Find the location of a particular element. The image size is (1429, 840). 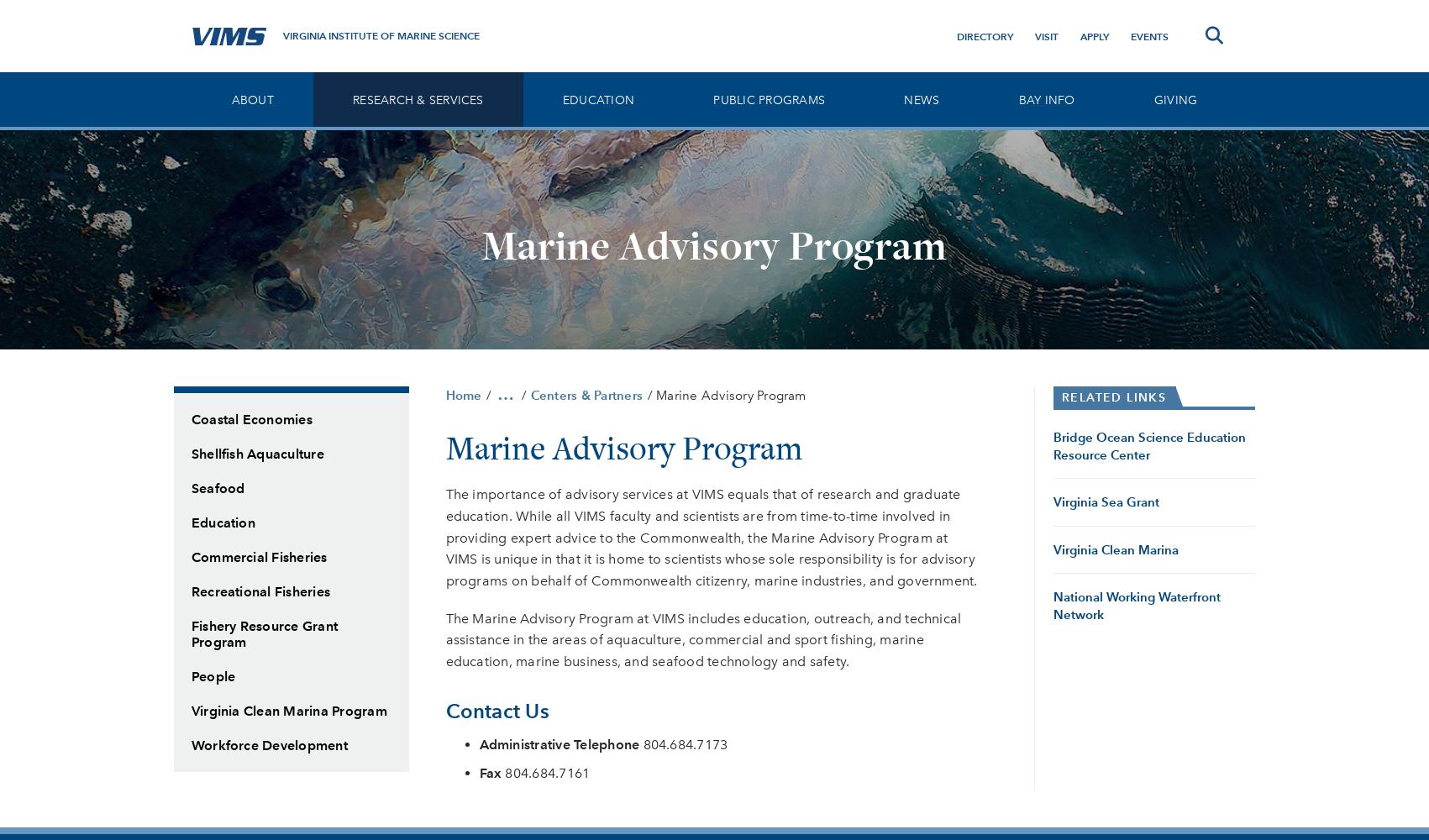

'Seafood' is located at coordinates (218, 487).